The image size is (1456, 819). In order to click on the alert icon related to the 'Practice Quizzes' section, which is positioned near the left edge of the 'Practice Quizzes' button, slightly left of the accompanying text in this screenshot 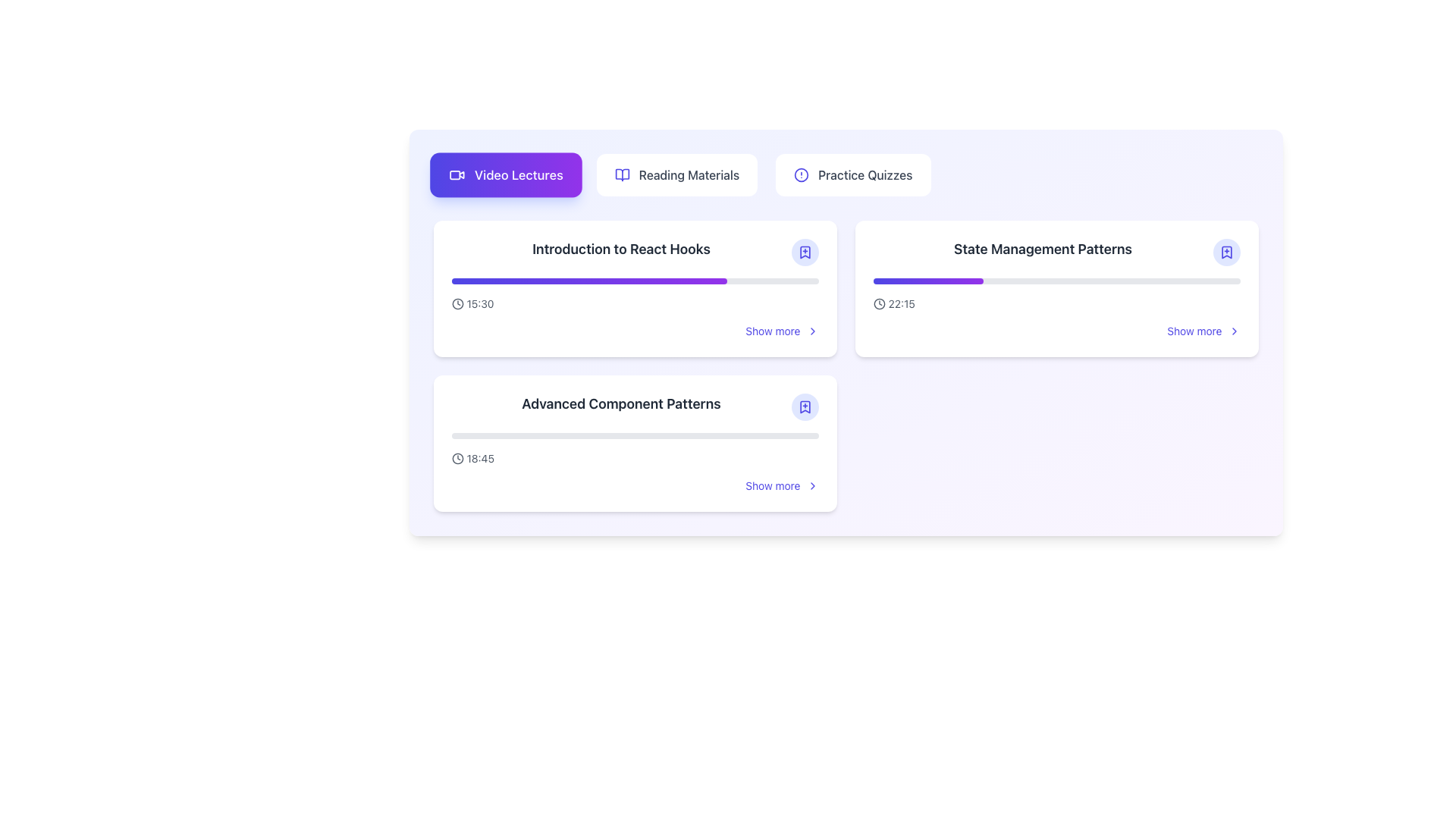, I will do `click(801, 174)`.